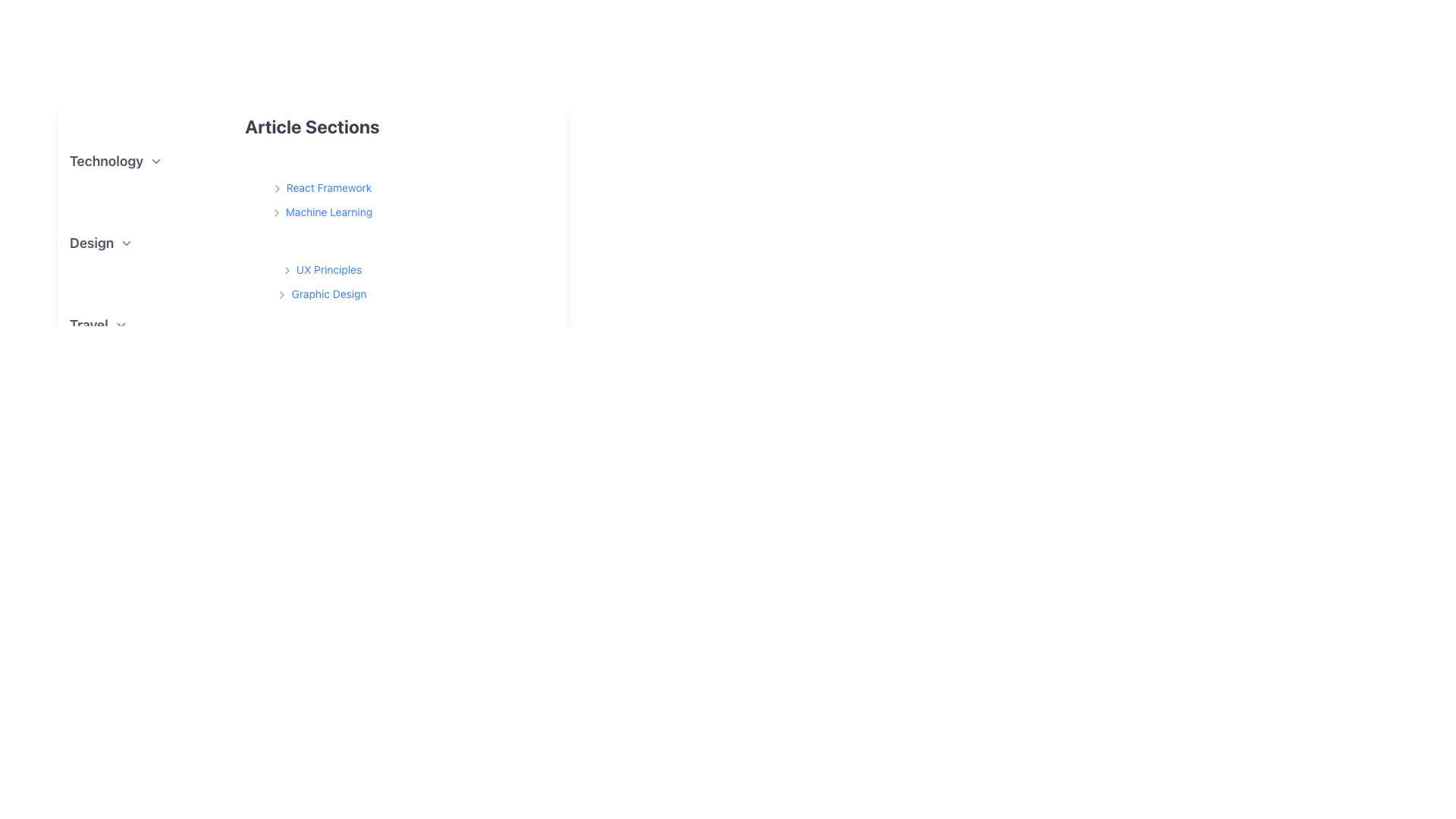  Describe the element at coordinates (276, 213) in the screenshot. I see `the 'Machine Learning' navigation link which is represented by a right-pointing arrow icon on the left side of the text` at that location.